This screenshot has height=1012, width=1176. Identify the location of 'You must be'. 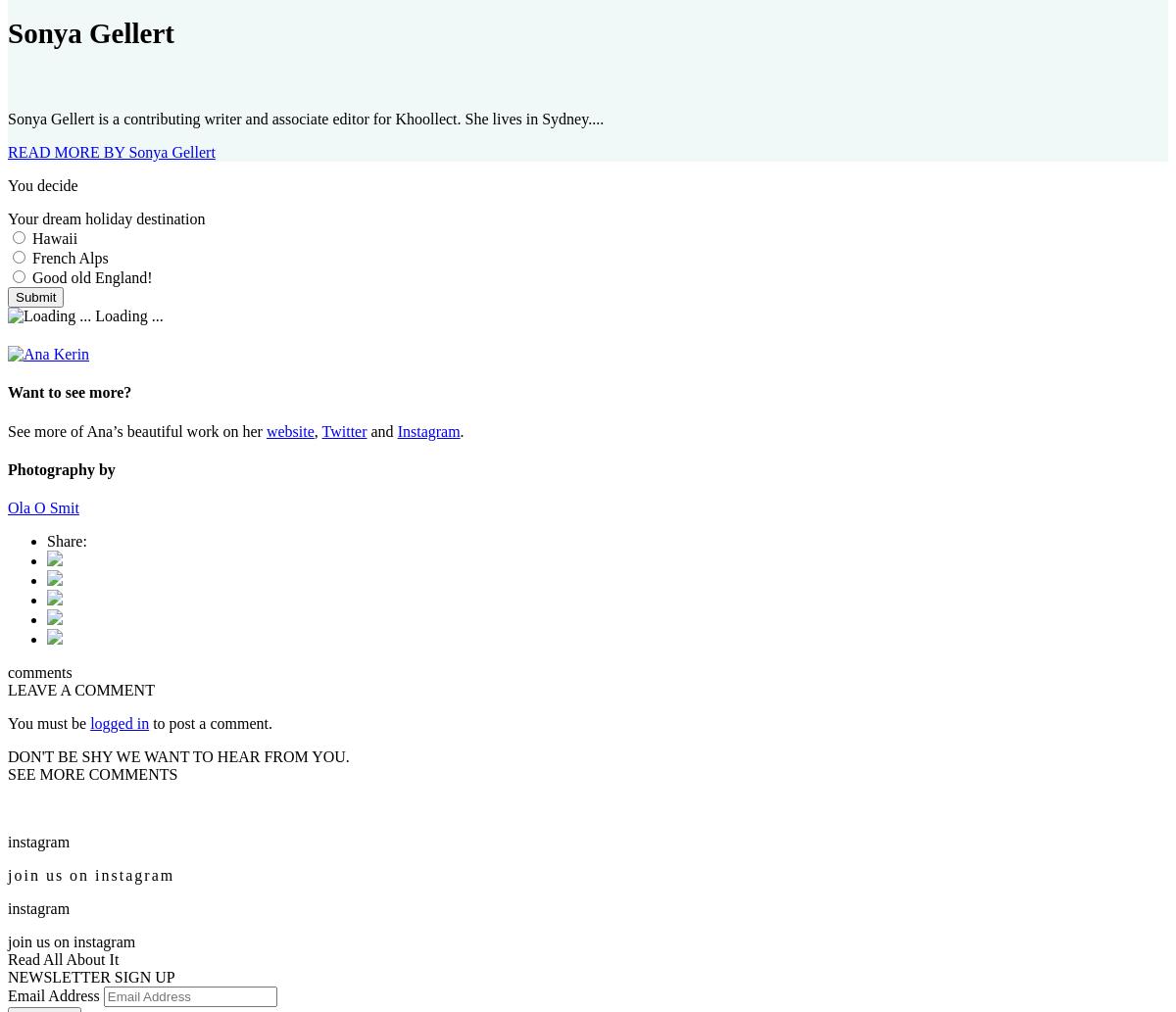
(49, 723).